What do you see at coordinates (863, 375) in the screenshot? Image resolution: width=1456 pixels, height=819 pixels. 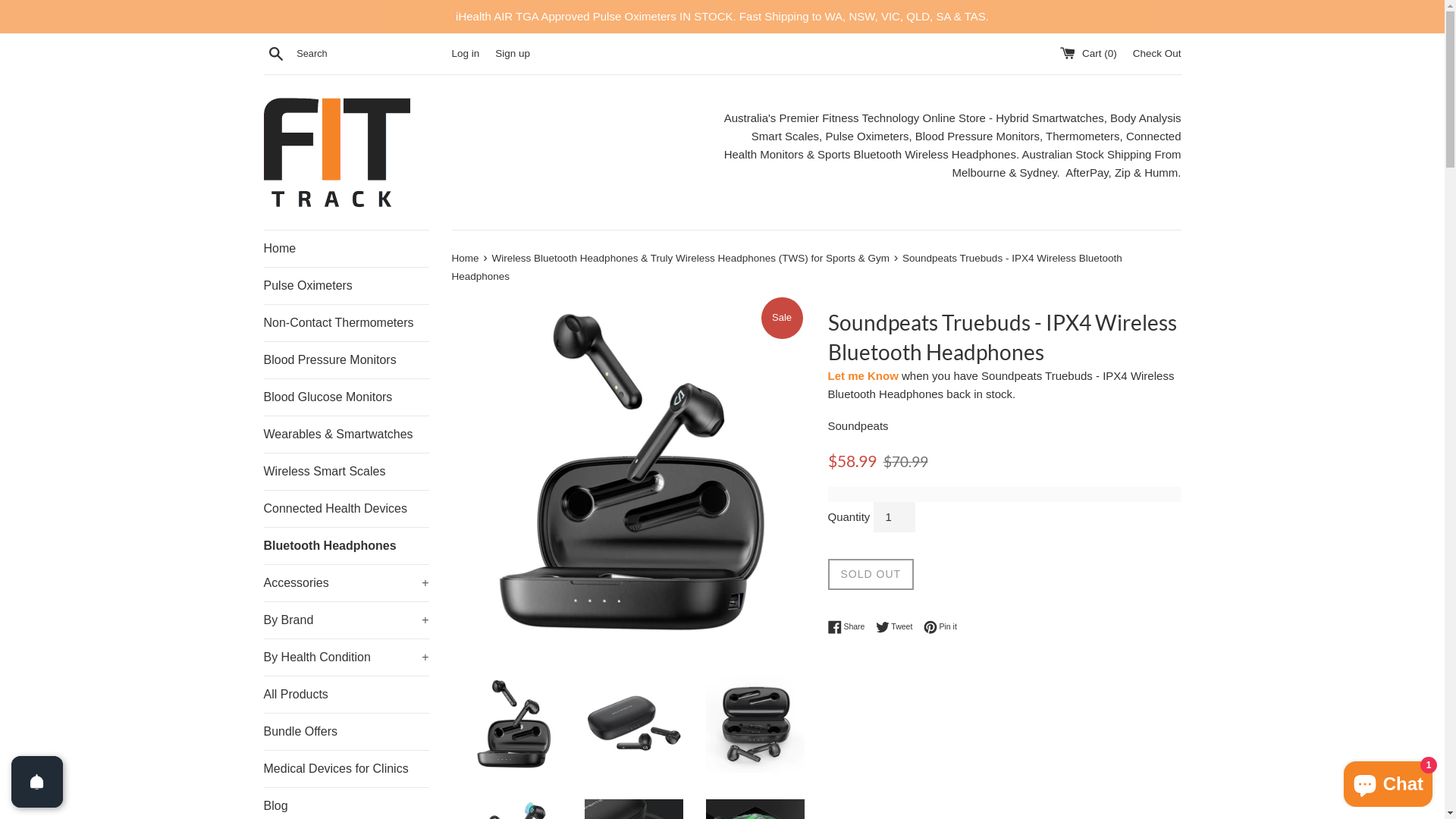 I see `'Let me Know'` at bounding box center [863, 375].